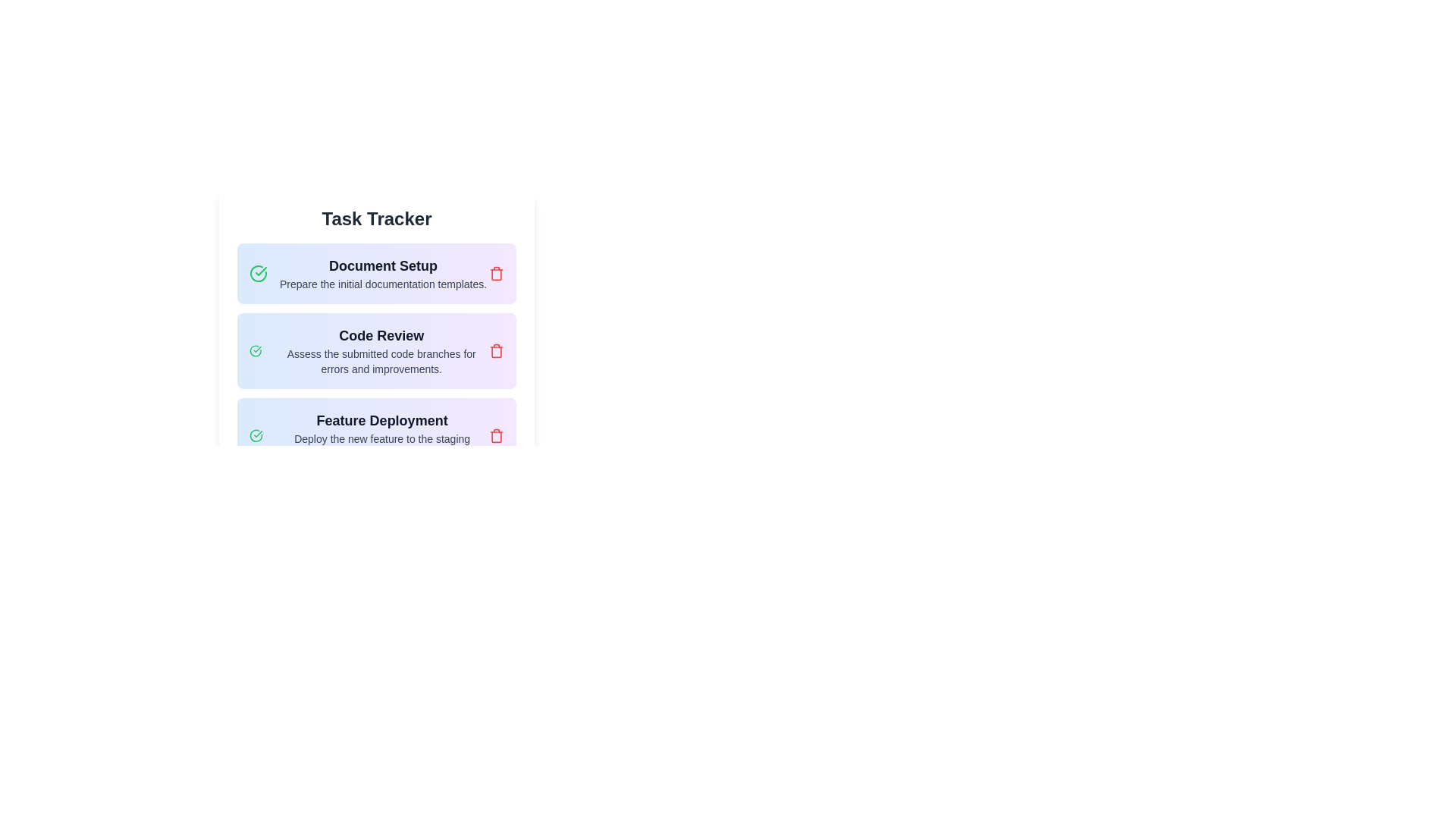  I want to click on the 'Code Review' text and description block, which is located in the middle of a vertical list of elements, so click(381, 350).